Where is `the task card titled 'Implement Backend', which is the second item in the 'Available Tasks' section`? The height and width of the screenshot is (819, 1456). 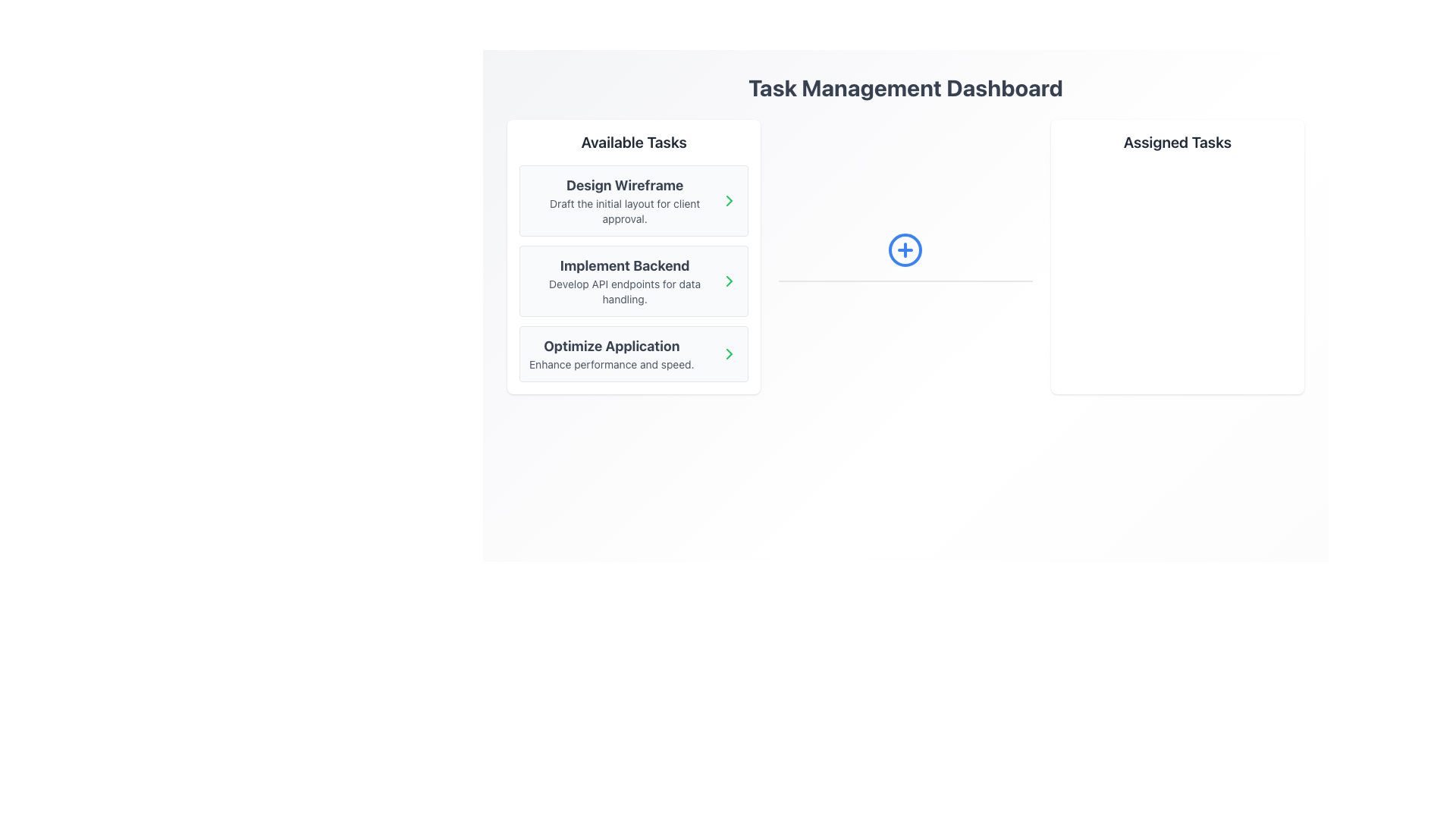 the task card titled 'Implement Backend', which is the second item in the 'Available Tasks' section is located at coordinates (634, 281).